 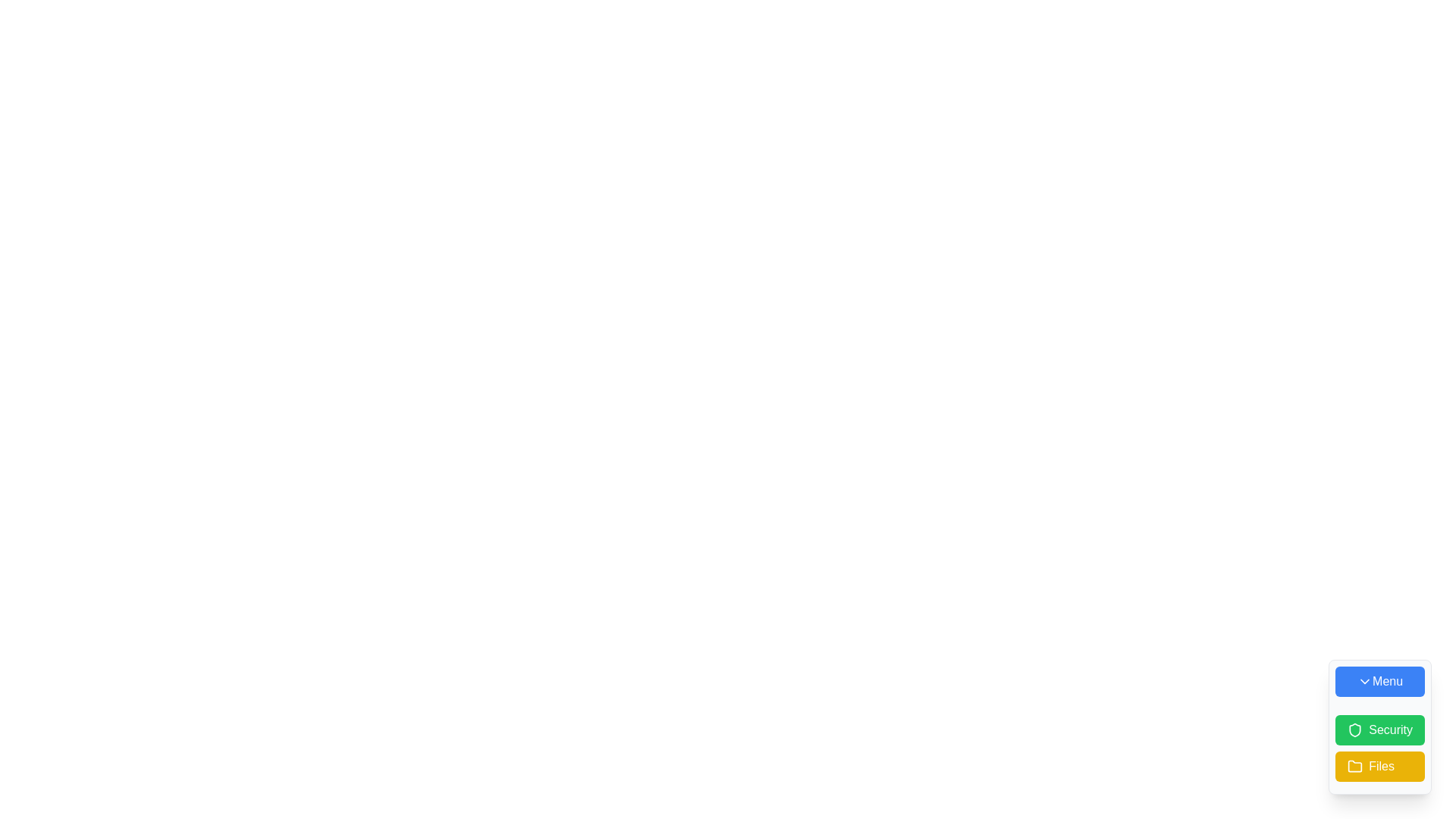 What do you see at coordinates (1365, 680) in the screenshot?
I see `the downward chevron icon within the light blue 'Menu' button` at bounding box center [1365, 680].